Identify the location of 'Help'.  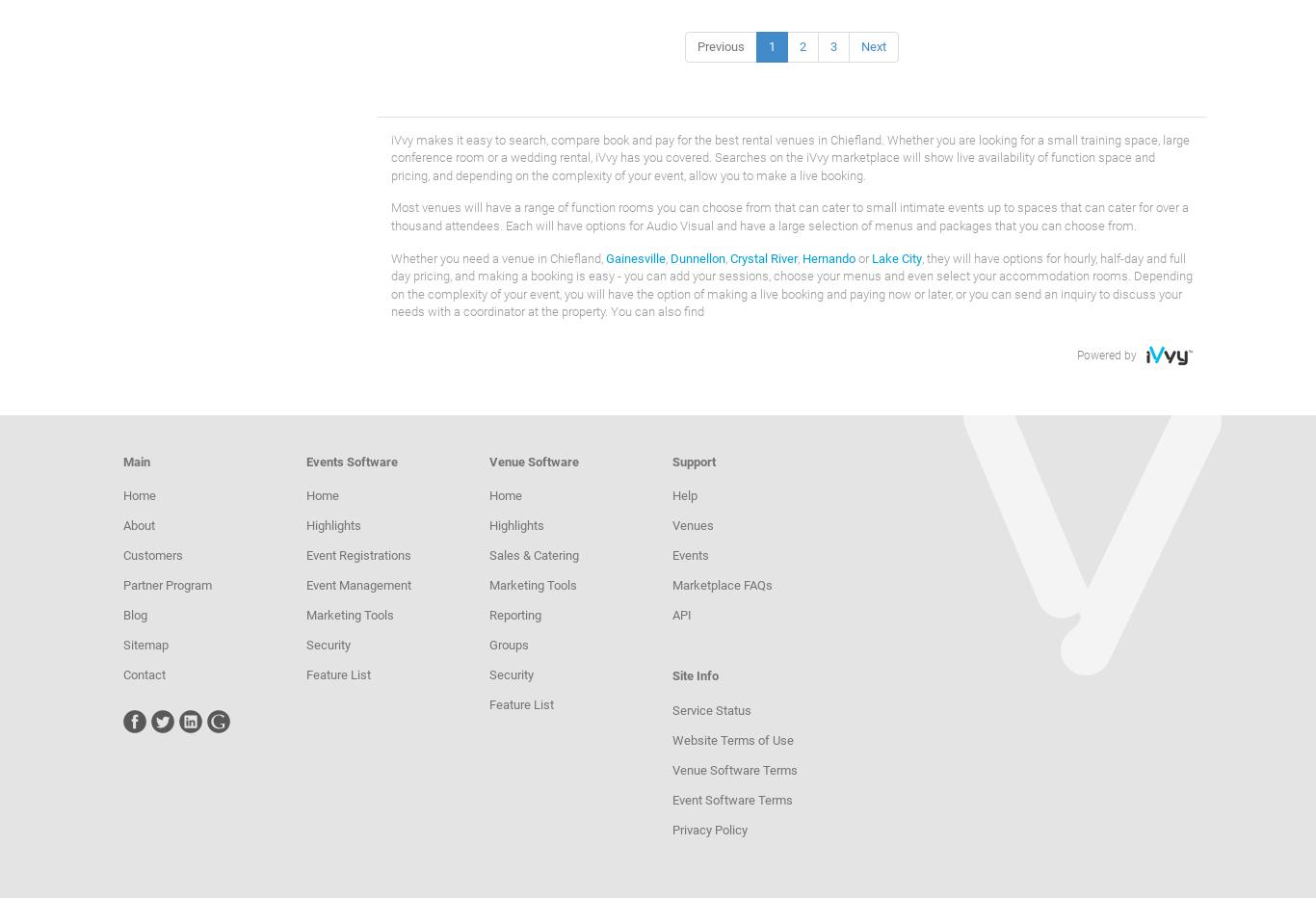
(685, 494).